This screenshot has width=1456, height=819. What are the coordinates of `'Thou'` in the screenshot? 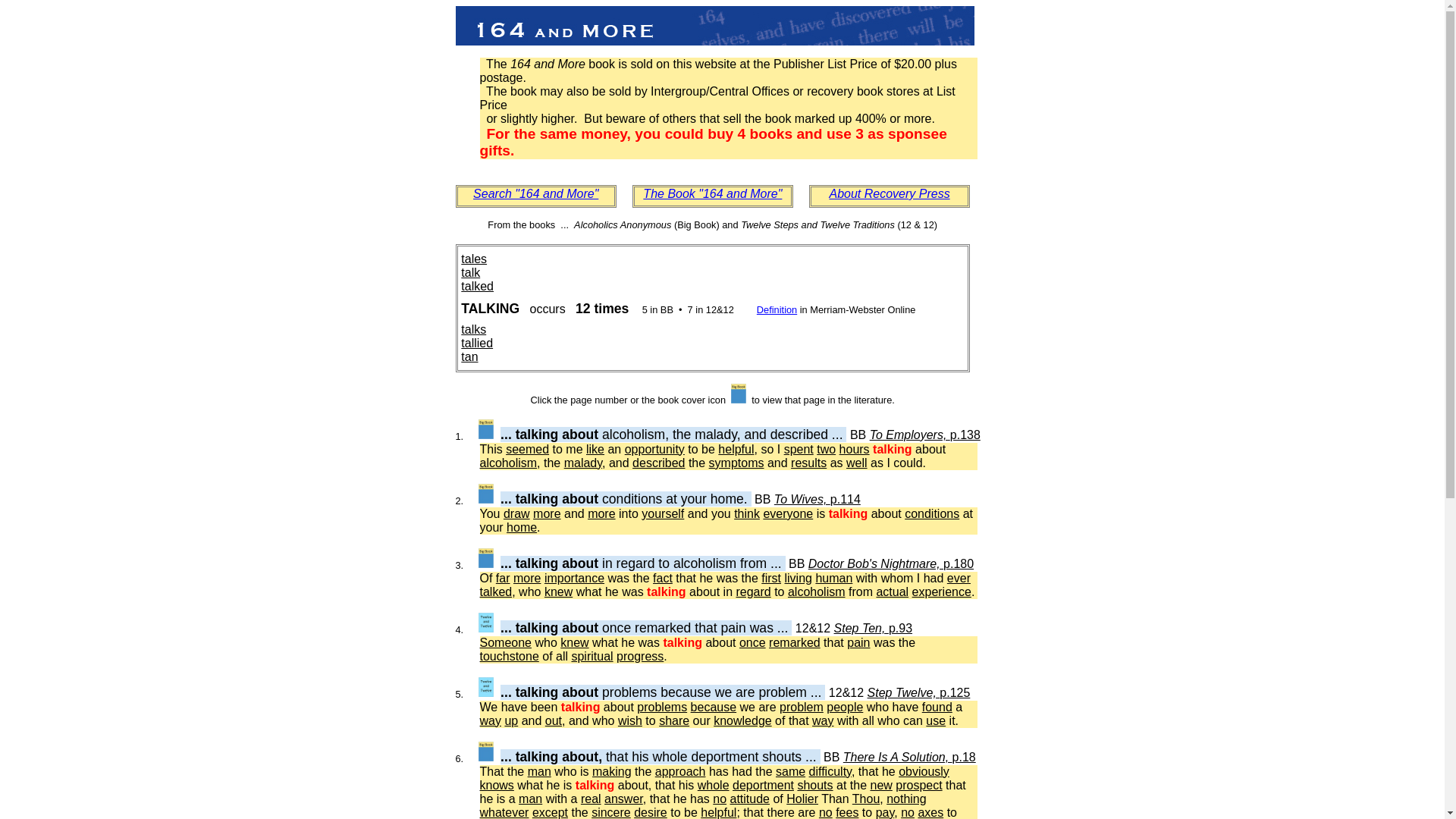 It's located at (866, 798).